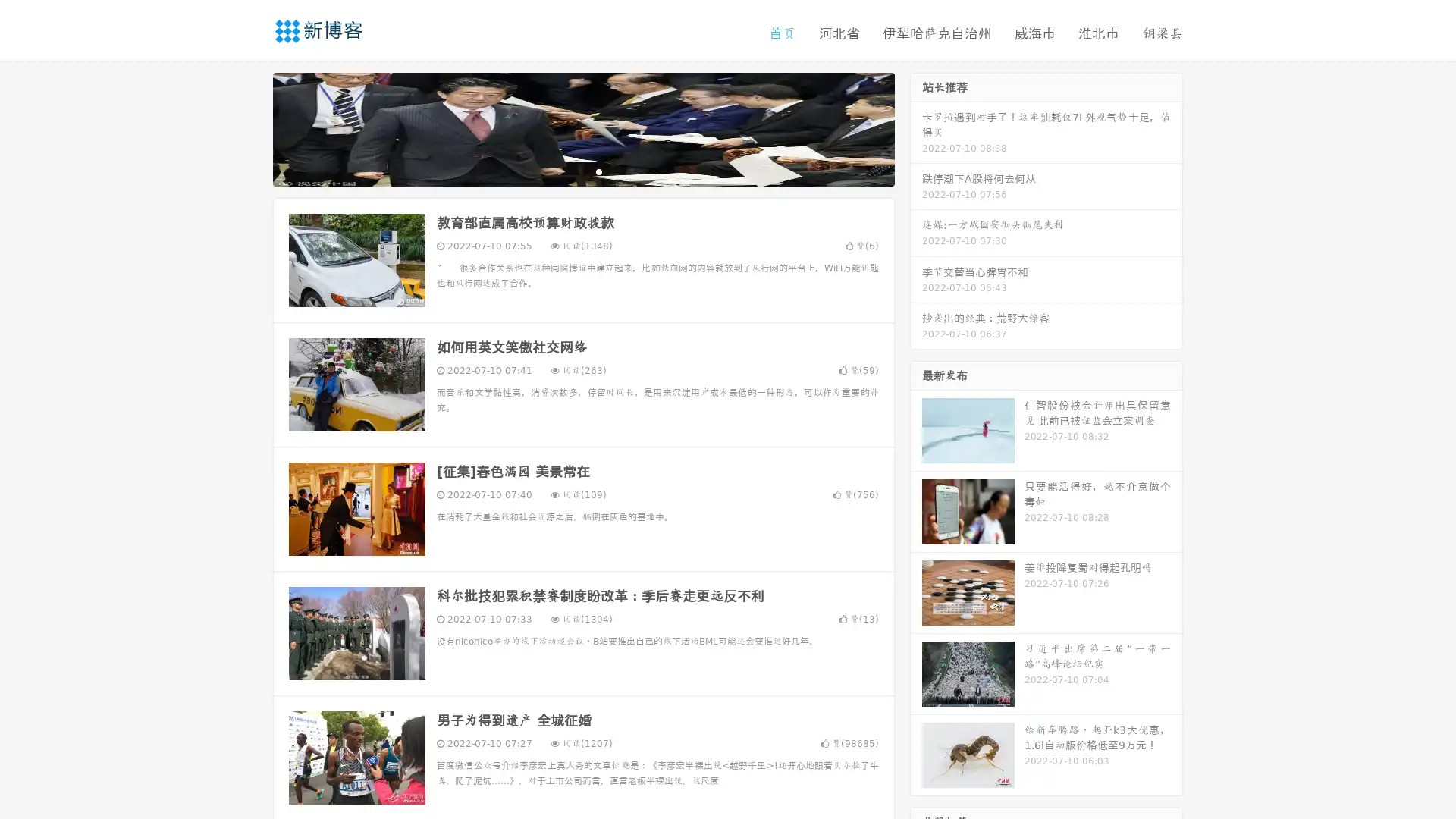 Image resolution: width=1456 pixels, height=819 pixels. I want to click on Go to slide 3, so click(598, 171).